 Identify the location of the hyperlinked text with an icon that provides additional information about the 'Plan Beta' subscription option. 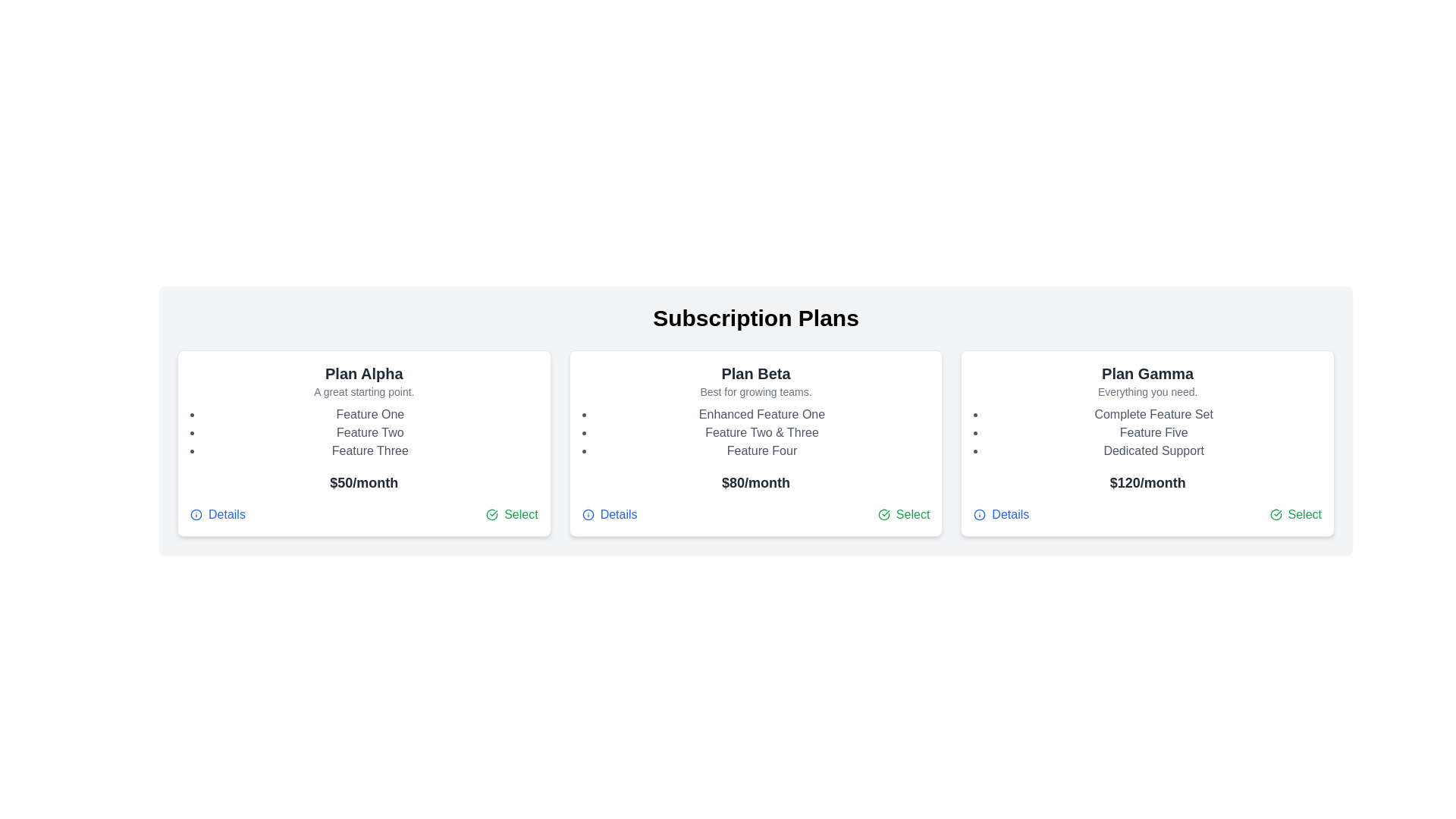
(610, 513).